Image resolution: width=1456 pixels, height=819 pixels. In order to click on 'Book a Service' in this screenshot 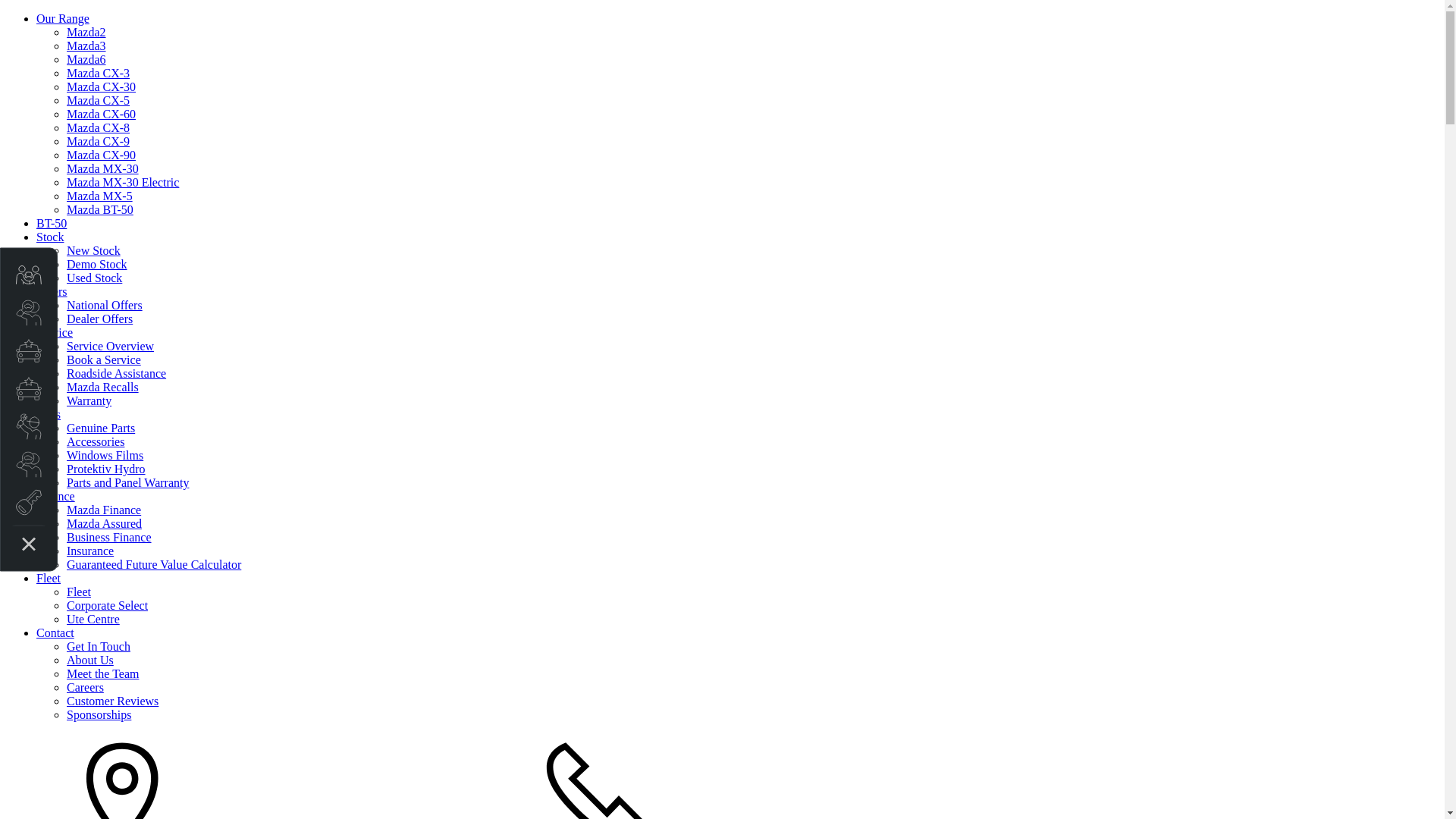, I will do `click(65, 359)`.